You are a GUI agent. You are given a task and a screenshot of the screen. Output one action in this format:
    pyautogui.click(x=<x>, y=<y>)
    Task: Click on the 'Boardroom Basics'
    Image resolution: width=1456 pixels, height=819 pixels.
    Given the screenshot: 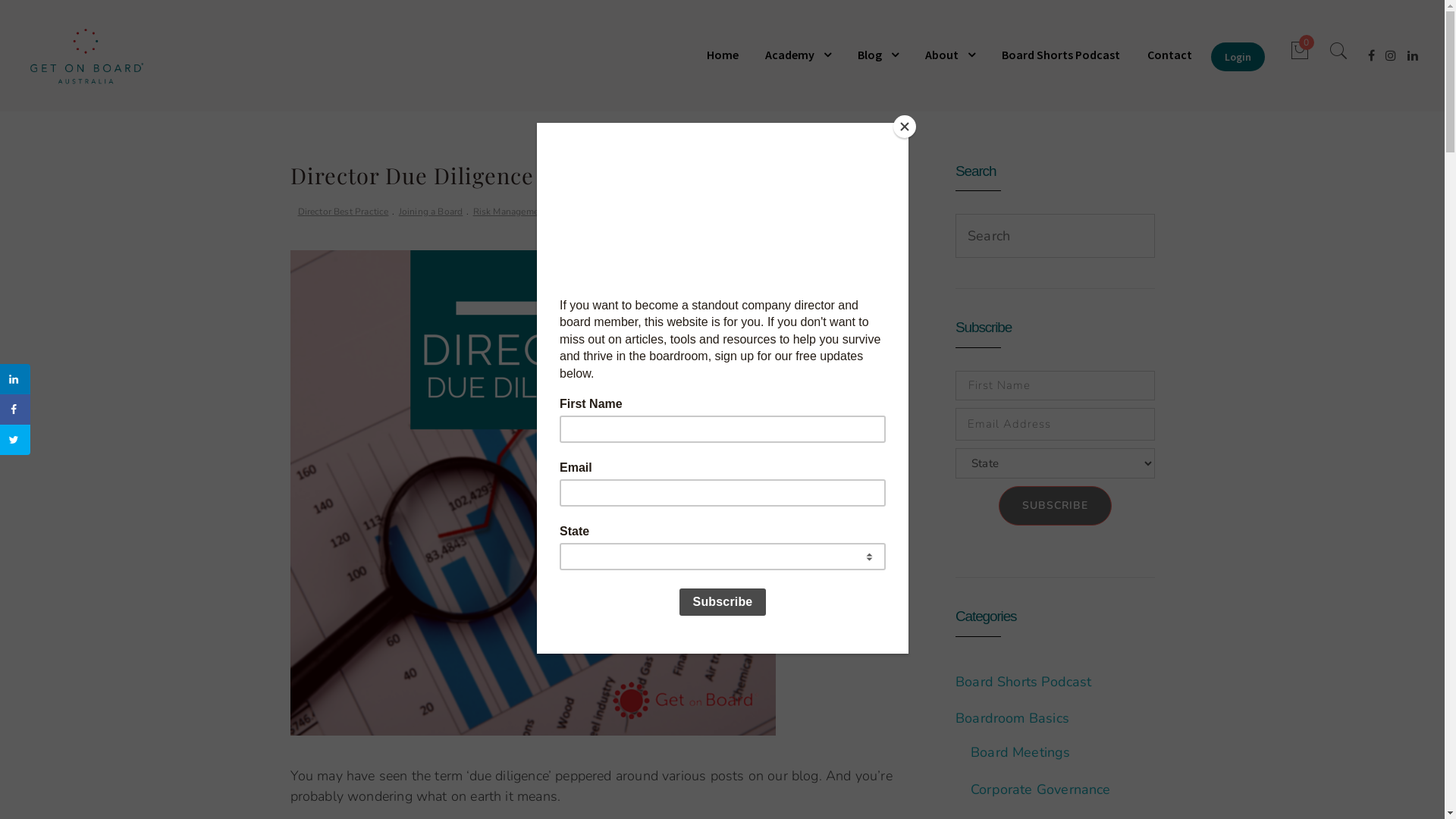 What is the action you would take?
    pyautogui.click(x=1012, y=717)
    